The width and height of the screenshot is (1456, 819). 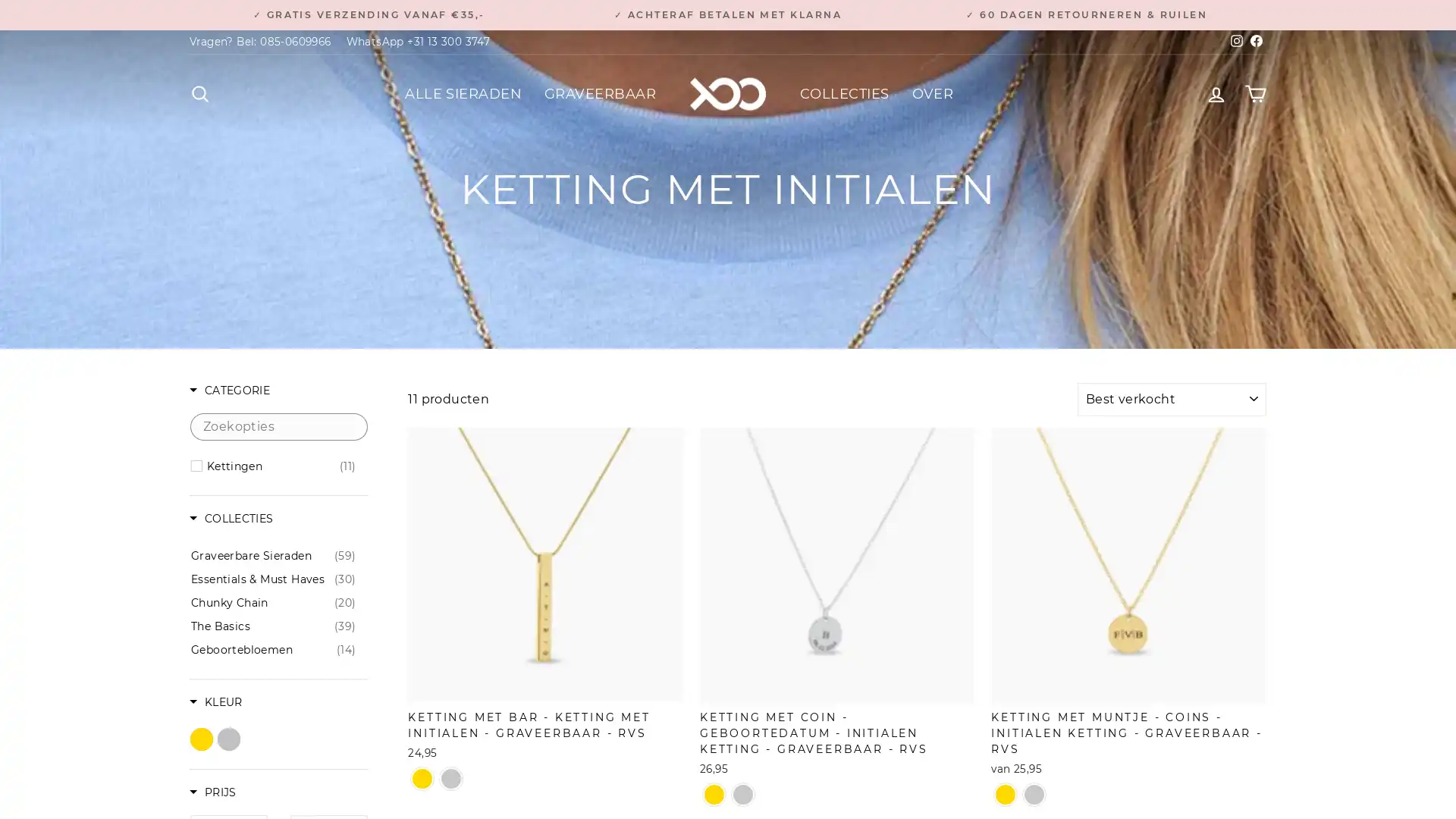 What do you see at coordinates (212, 792) in the screenshot?
I see `Filter by Prijs` at bounding box center [212, 792].